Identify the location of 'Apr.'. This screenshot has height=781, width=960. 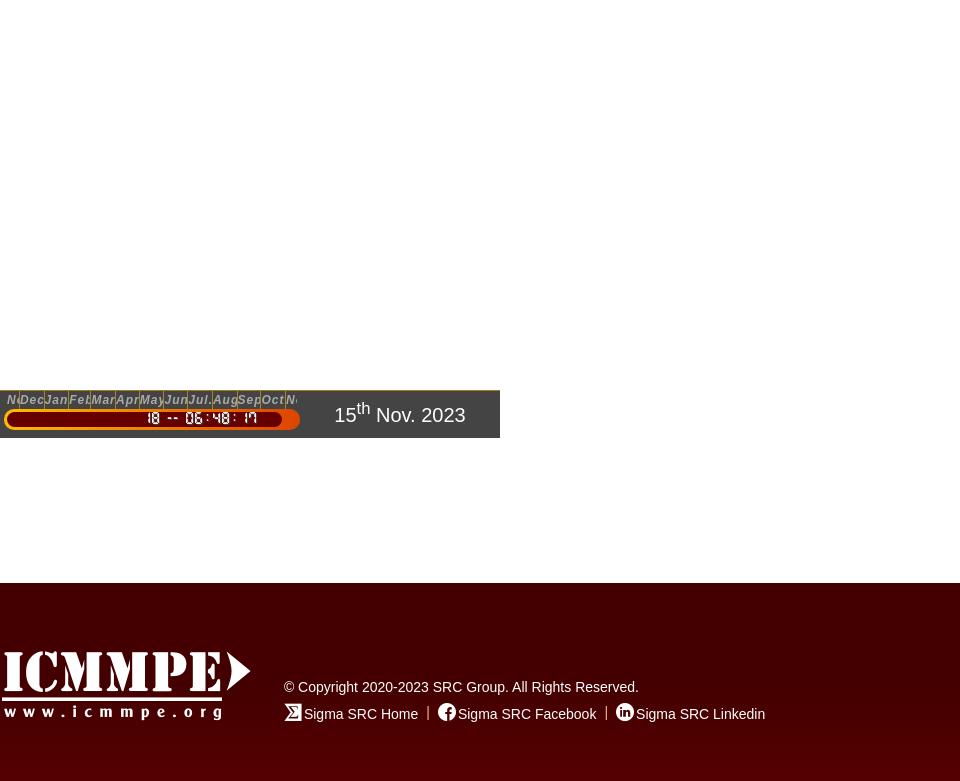
(128, 399).